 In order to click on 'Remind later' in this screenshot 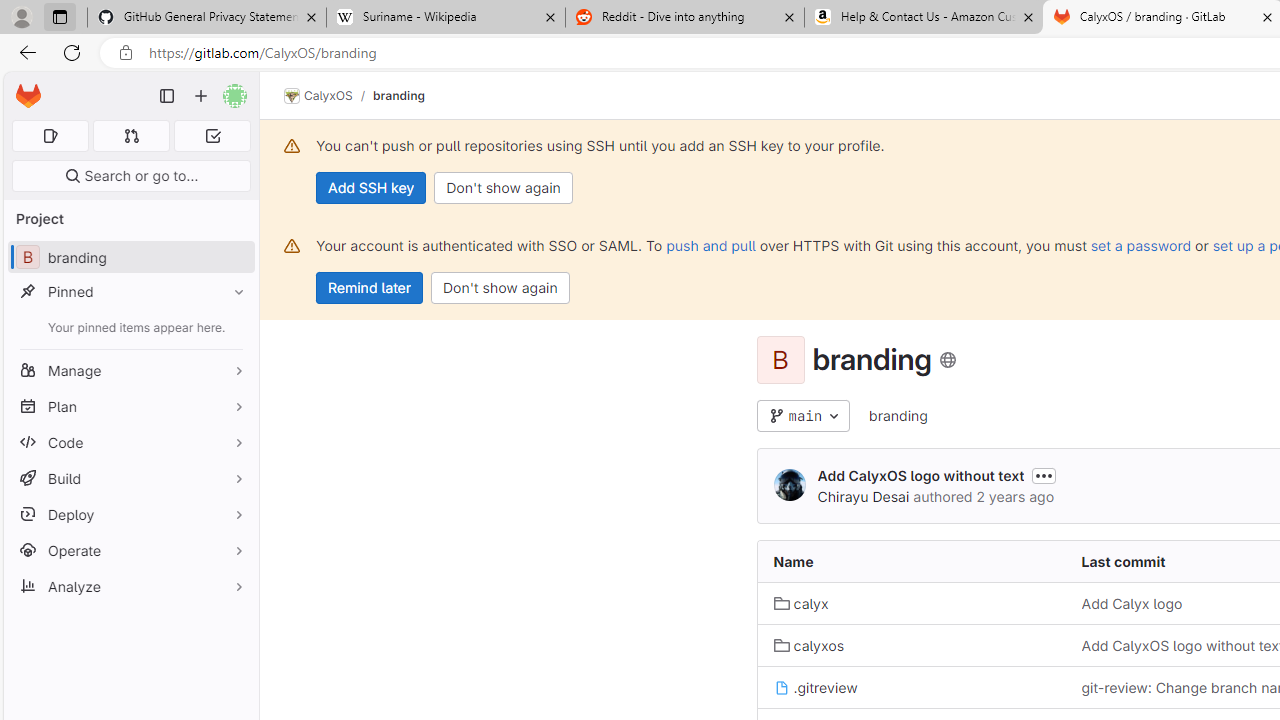, I will do `click(369, 288)`.